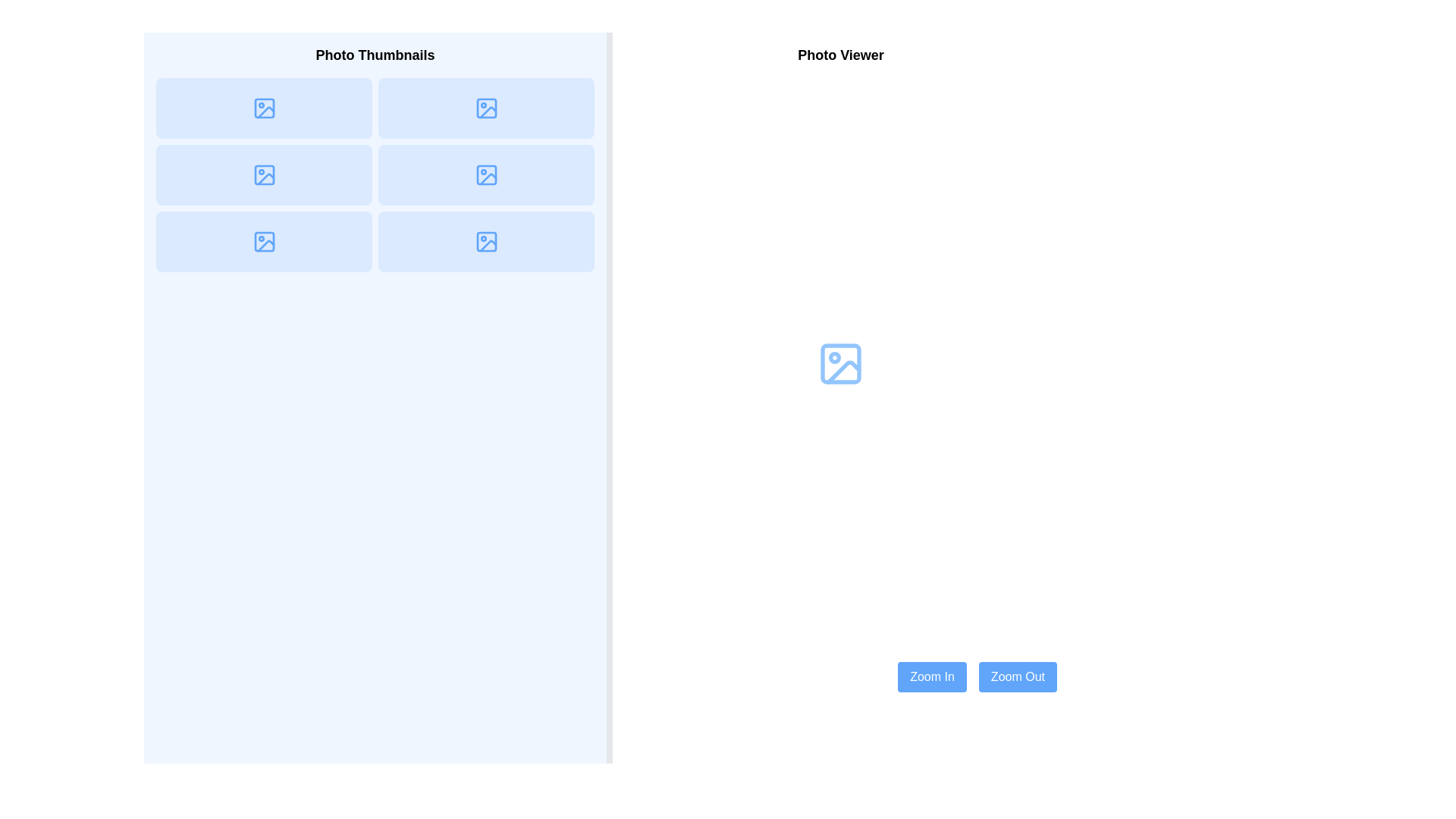 This screenshot has width=1456, height=819. I want to click on the icon with a blue outline and a circular embellishment located in the top left box of the photo thumbnails section, so click(264, 107).